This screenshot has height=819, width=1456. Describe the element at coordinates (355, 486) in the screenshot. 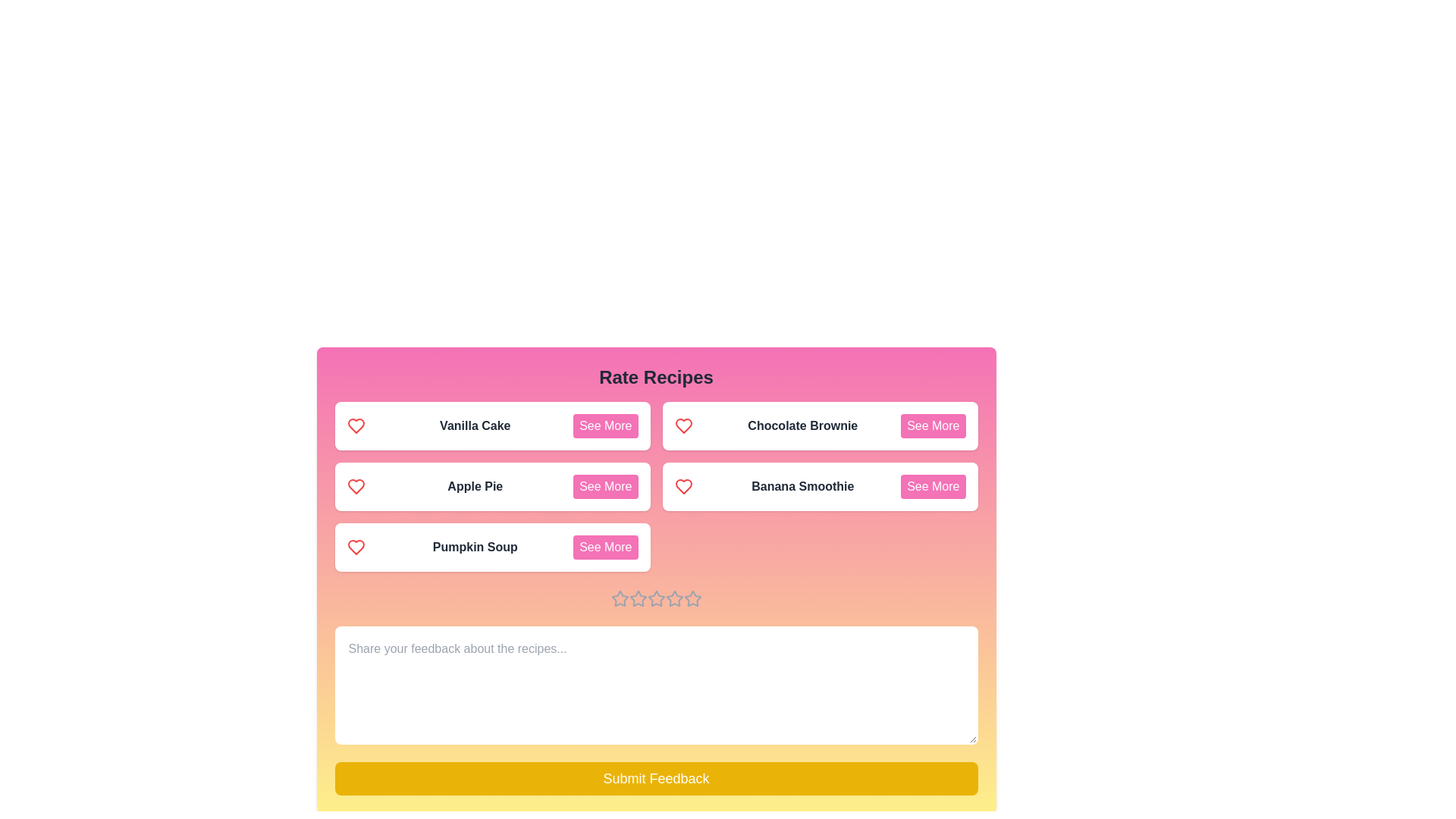

I see `the heart icon associated with Apple Pie` at that location.